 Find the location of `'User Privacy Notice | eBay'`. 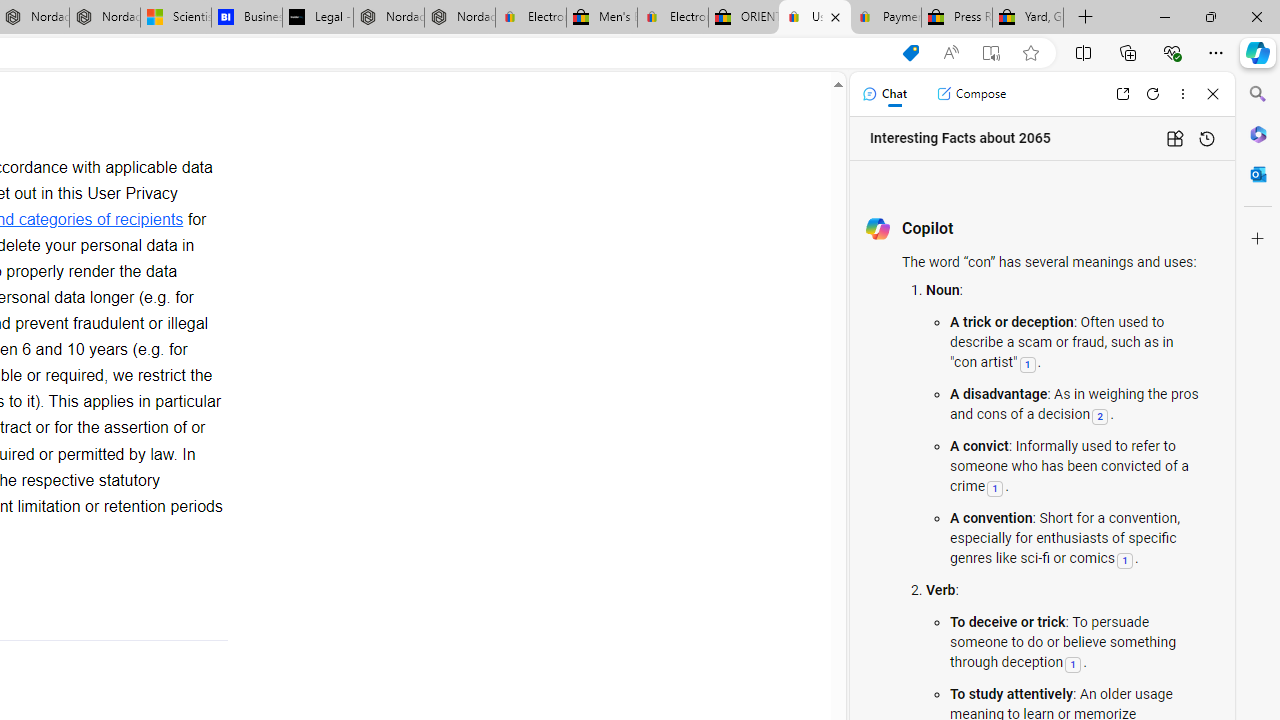

'User Privacy Notice | eBay' is located at coordinates (814, 17).